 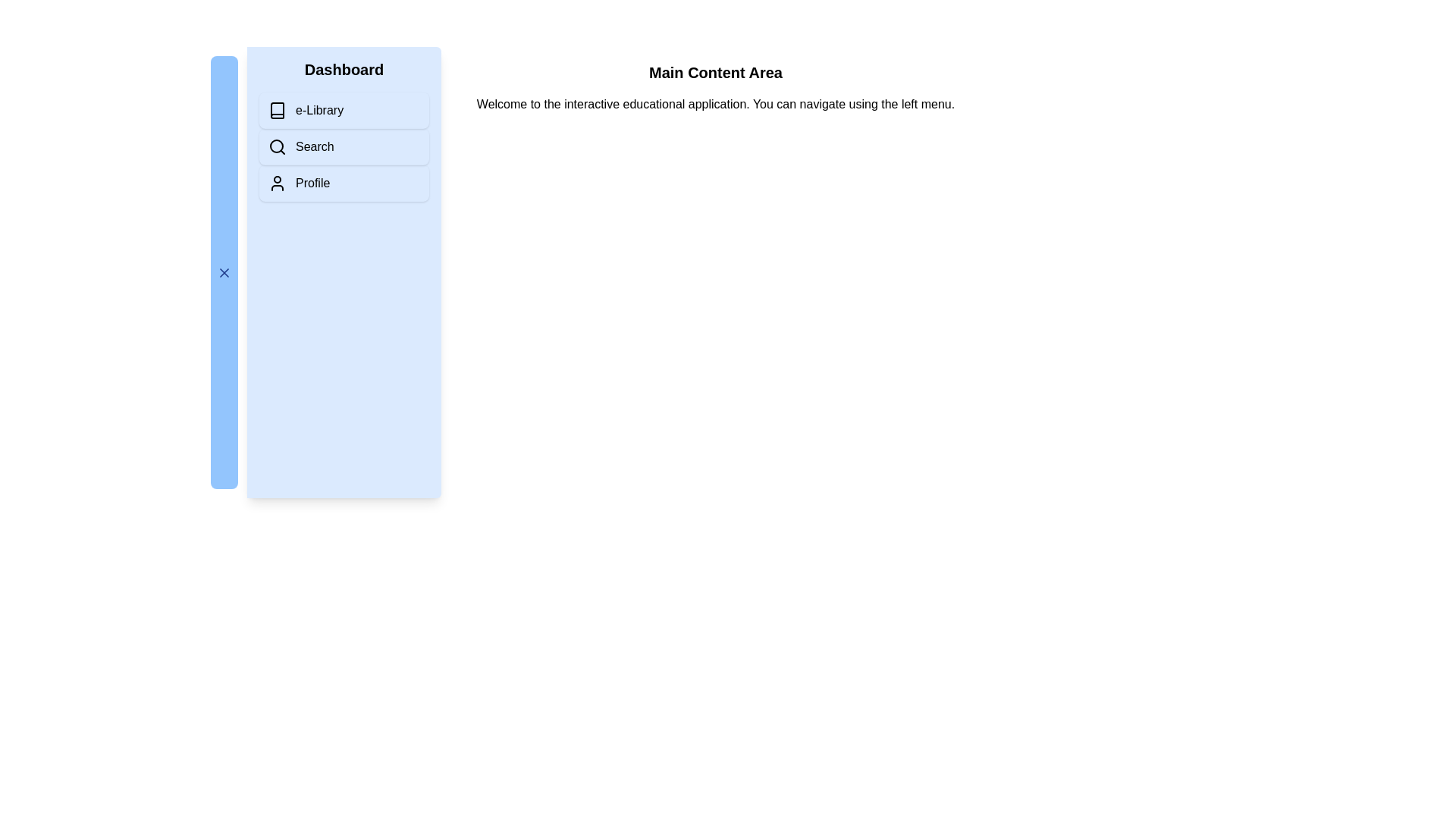 What do you see at coordinates (344, 146) in the screenshot?
I see `the 'Search' button located in the sidebar labeled 'Dashboard'` at bounding box center [344, 146].